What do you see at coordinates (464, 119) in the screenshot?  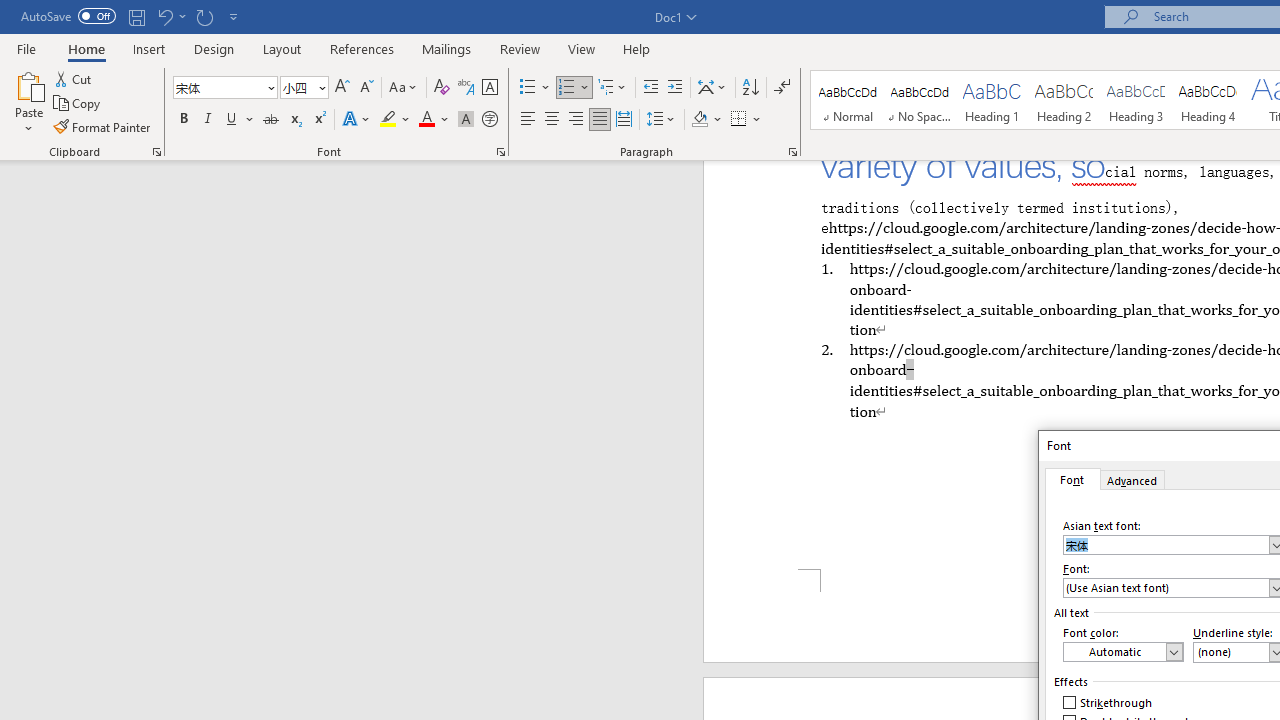 I see `'Character Shading'` at bounding box center [464, 119].